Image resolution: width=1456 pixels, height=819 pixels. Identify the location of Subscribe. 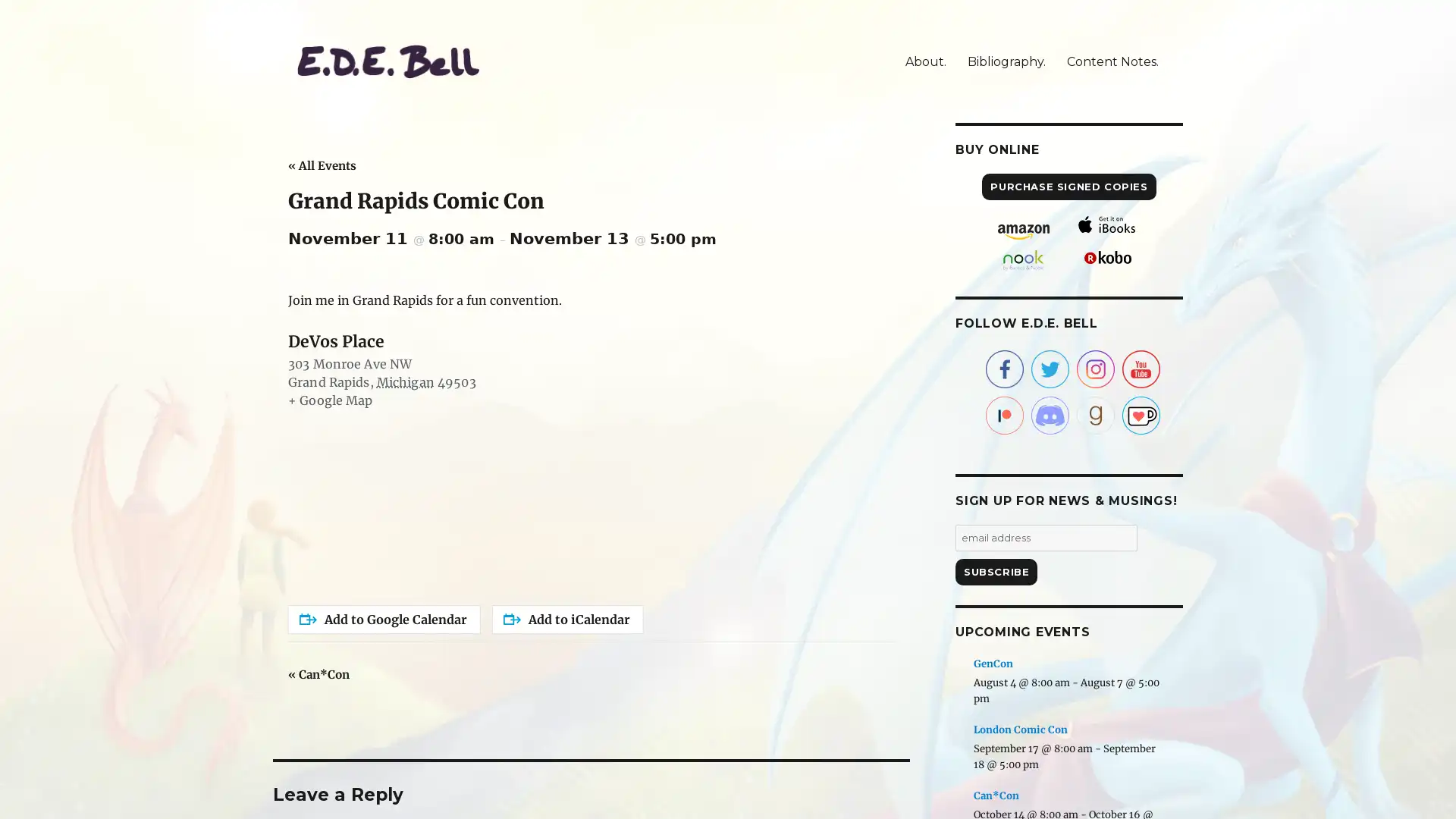
(996, 572).